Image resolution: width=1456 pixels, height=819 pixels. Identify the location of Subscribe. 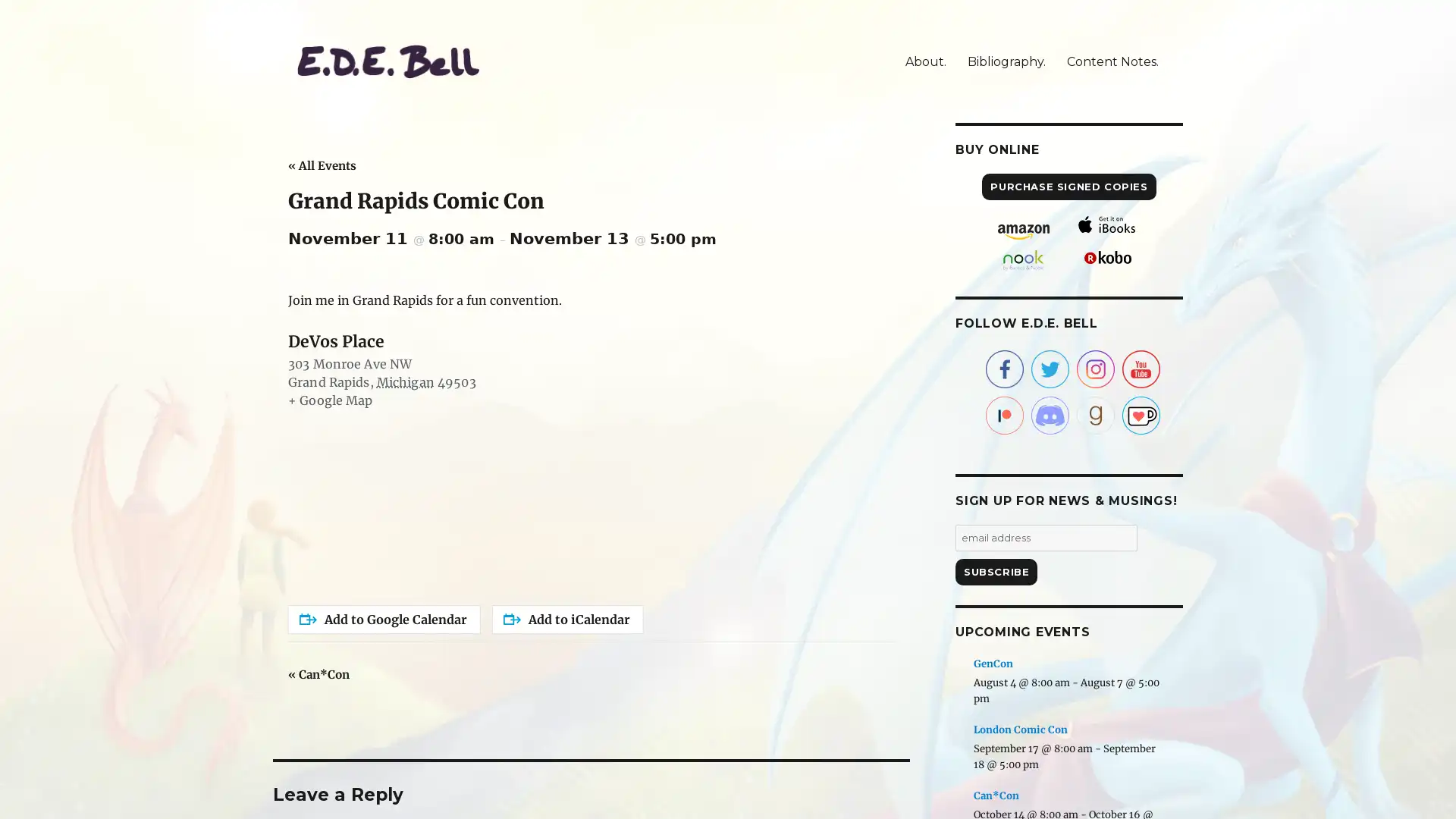
(996, 572).